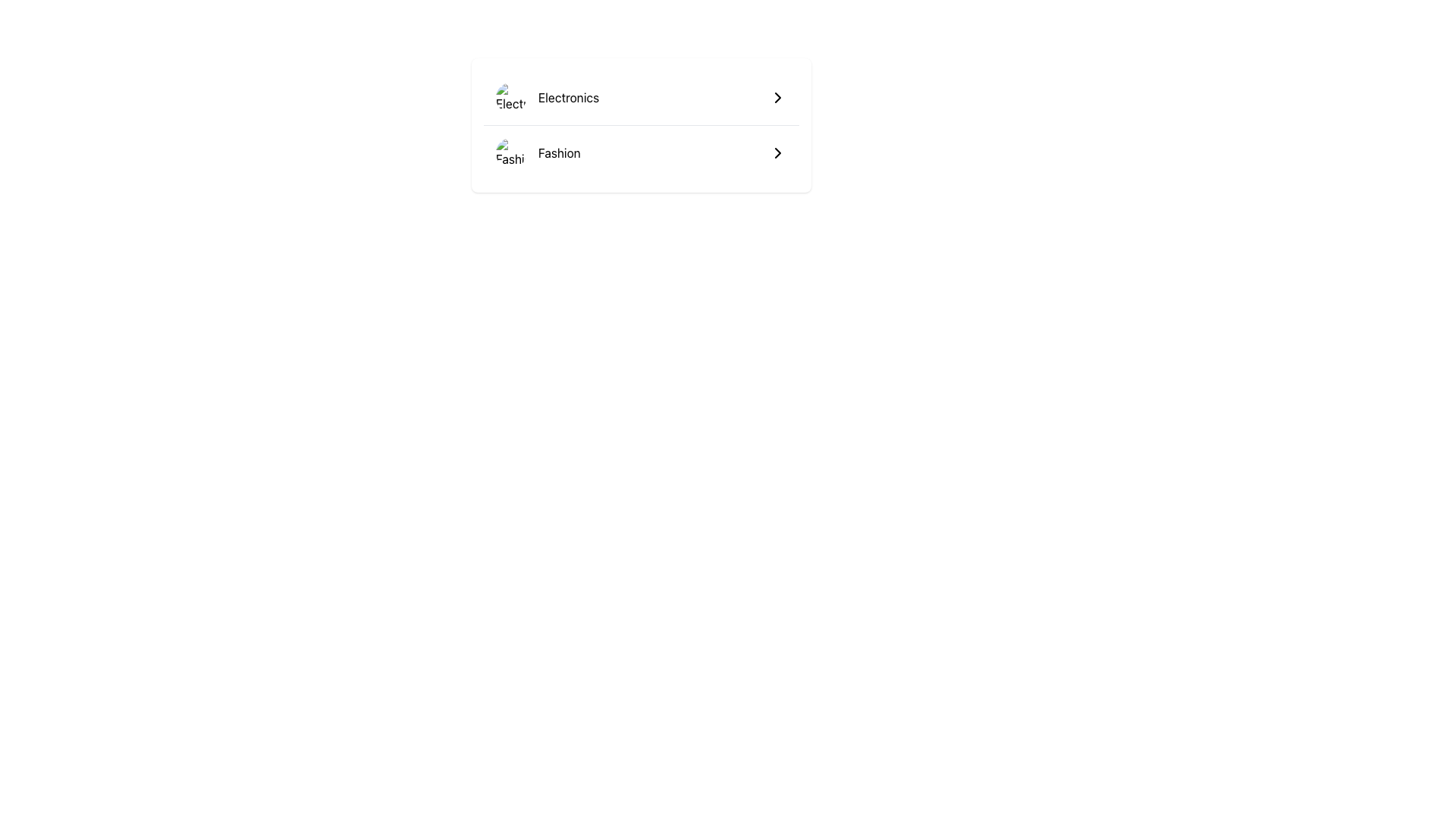 The width and height of the screenshot is (1456, 819). I want to click on the 'Fashion' category icon located in the second row of the vertically stacked menu, which is the leftmost component beside the text 'Fashion', so click(510, 152).